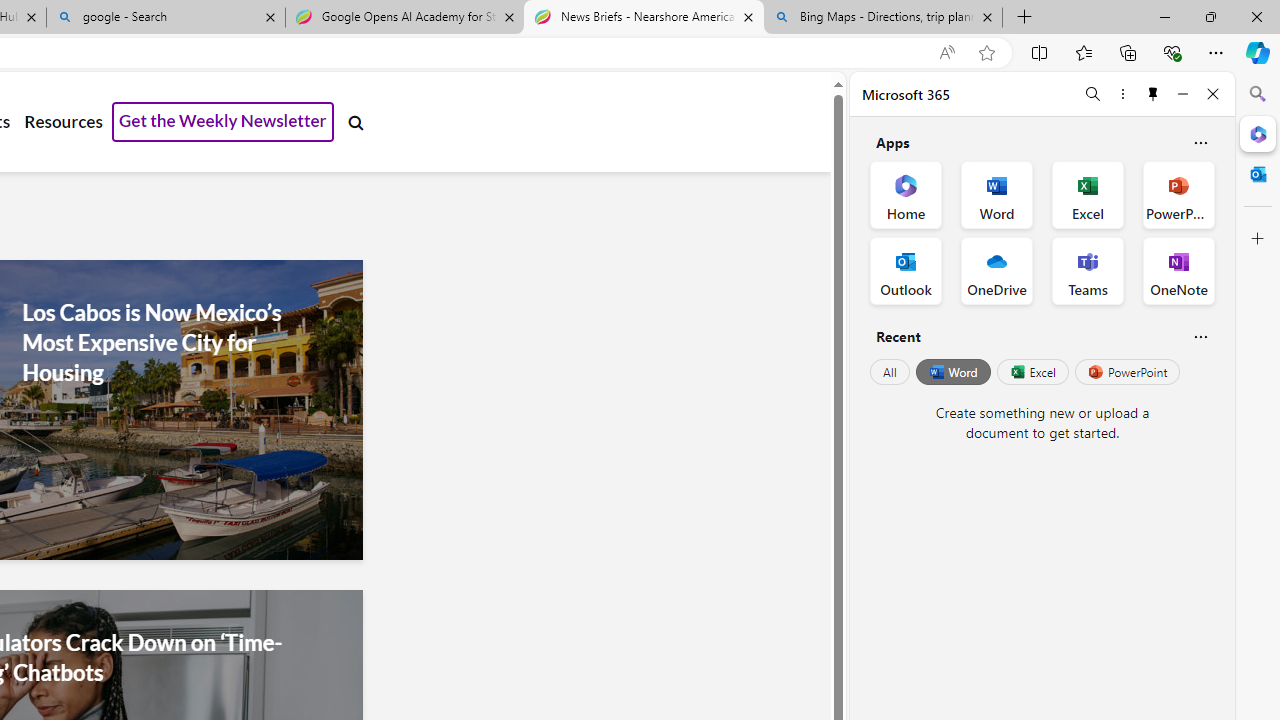  I want to click on 'News Briefs - Nearshore Americas', so click(643, 17).